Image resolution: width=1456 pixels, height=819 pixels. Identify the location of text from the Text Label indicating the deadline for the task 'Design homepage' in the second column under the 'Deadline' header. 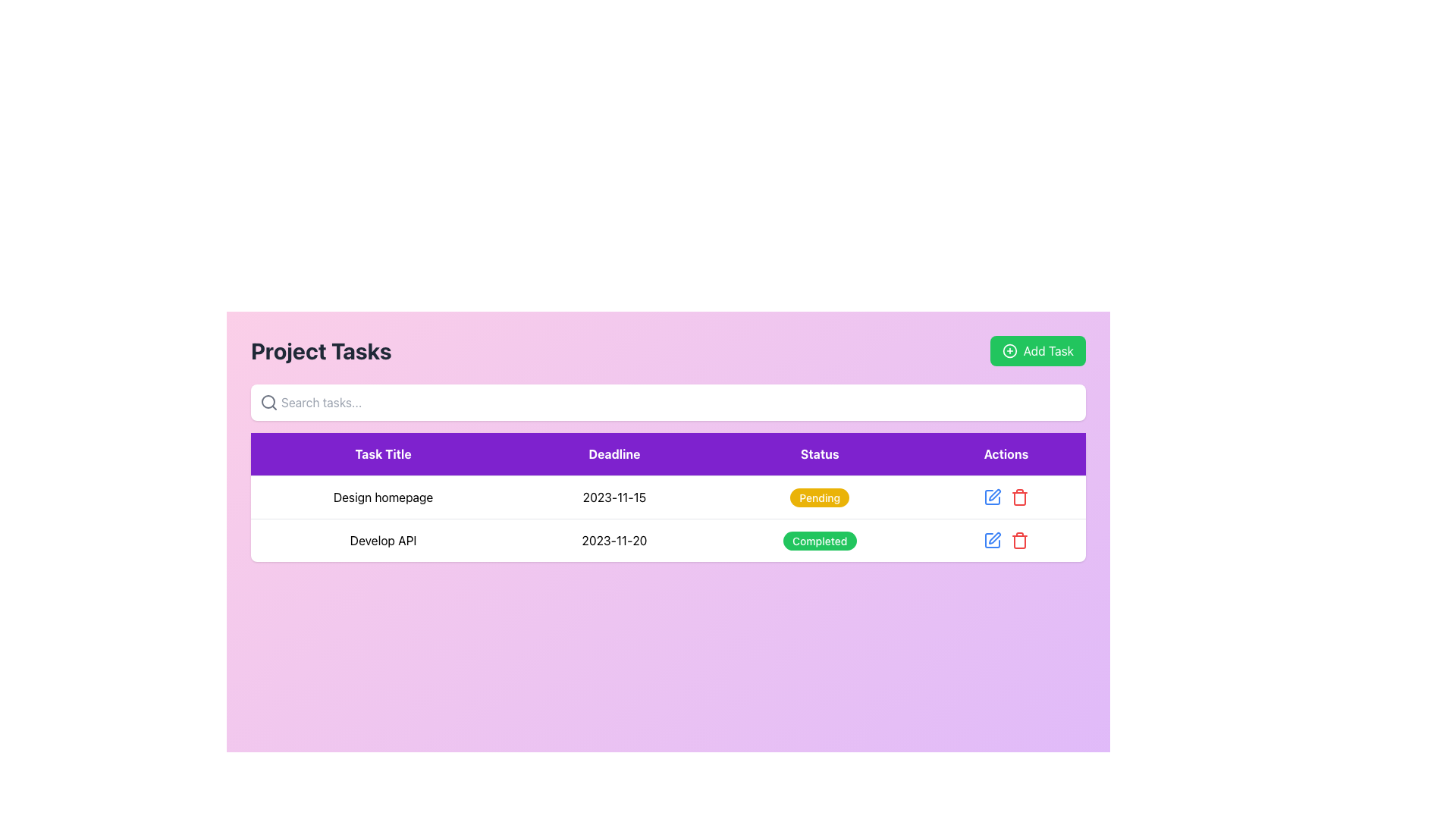
(614, 497).